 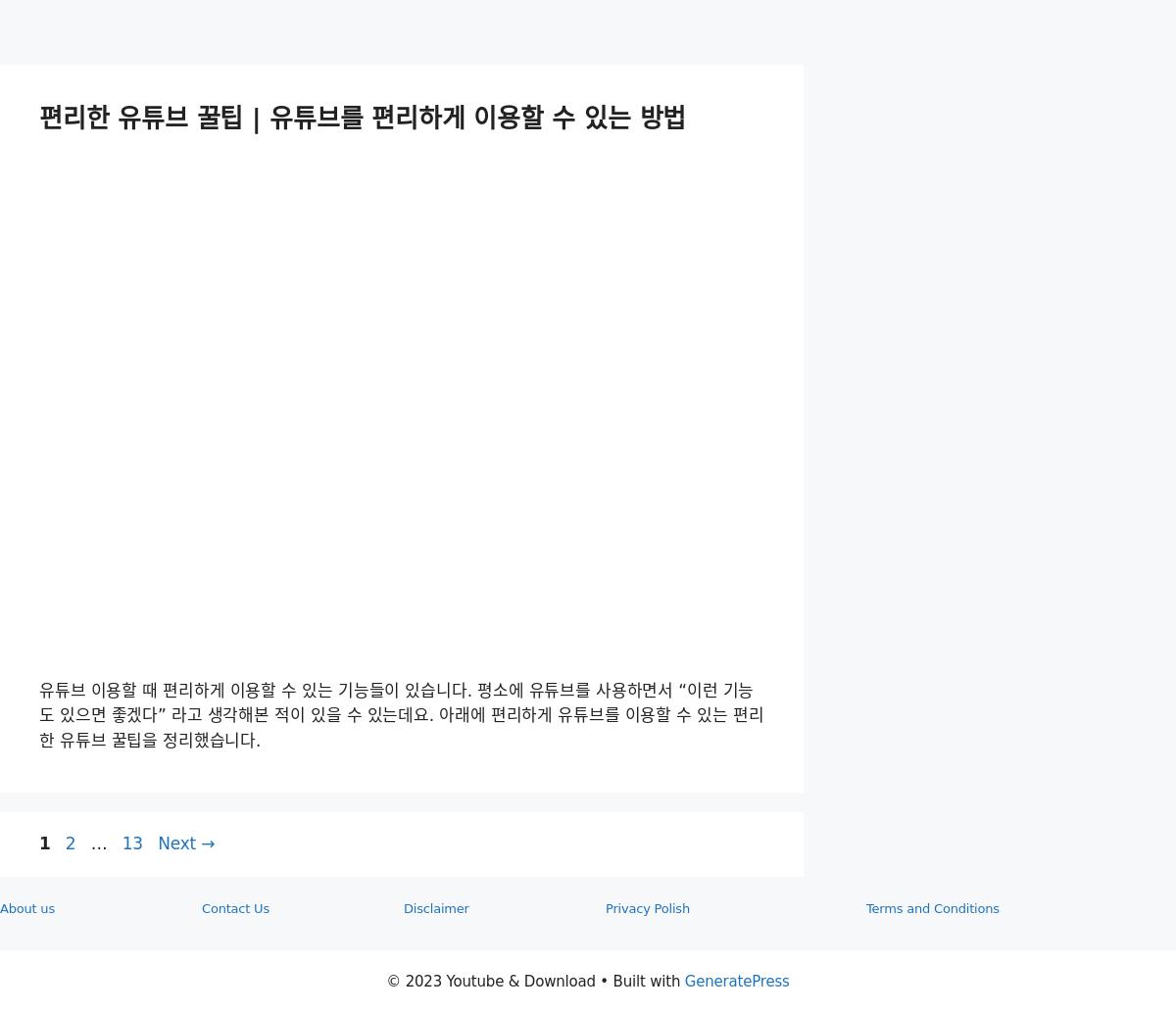 What do you see at coordinates (684, 979) in the screenshot?
I see `'GeneratePress'` at bounding box center [684, 979].